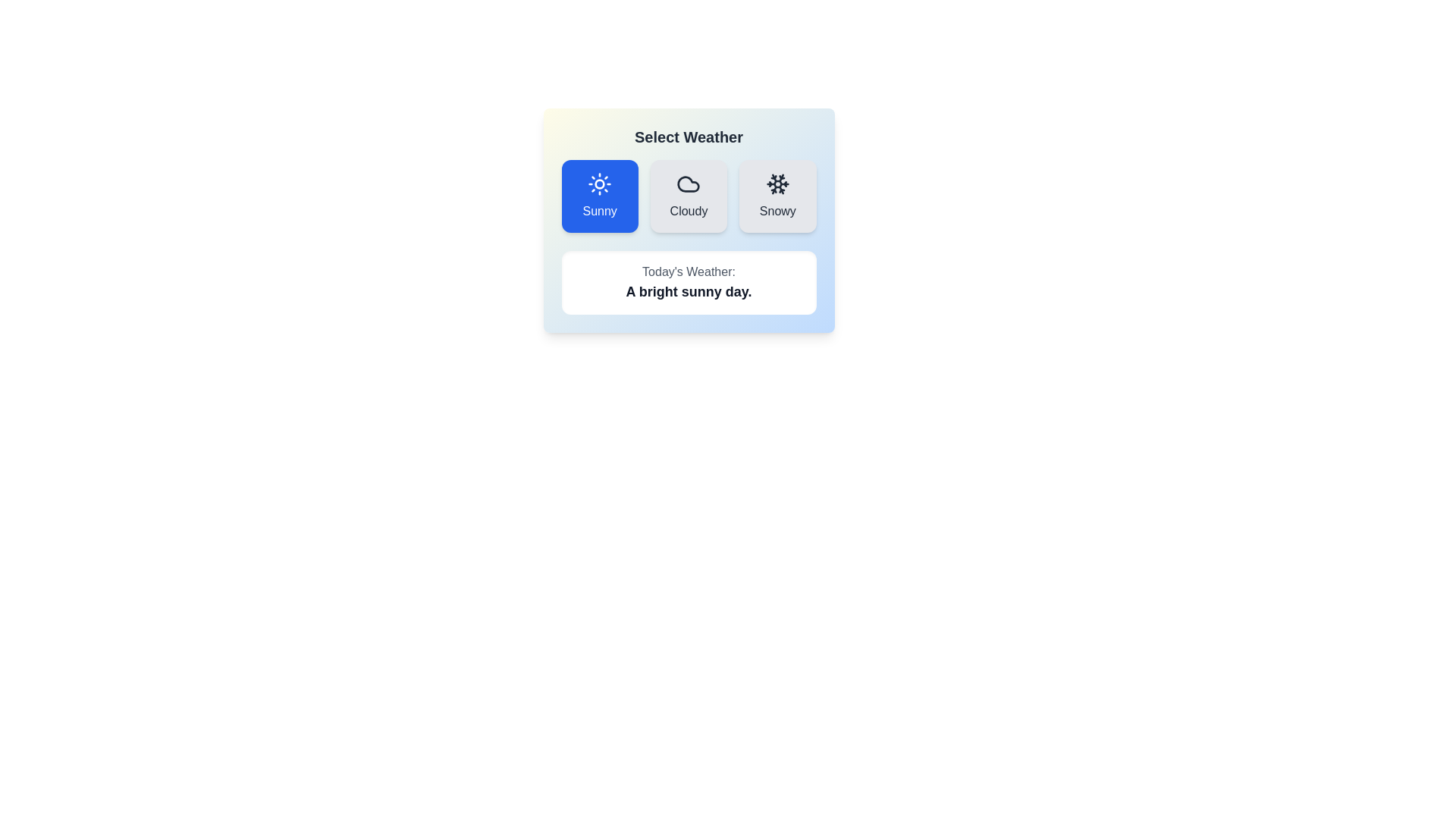 The image size is (1456, 819). I want to click on the icon and label for the weather option 'Sunny', so click(599, 195).